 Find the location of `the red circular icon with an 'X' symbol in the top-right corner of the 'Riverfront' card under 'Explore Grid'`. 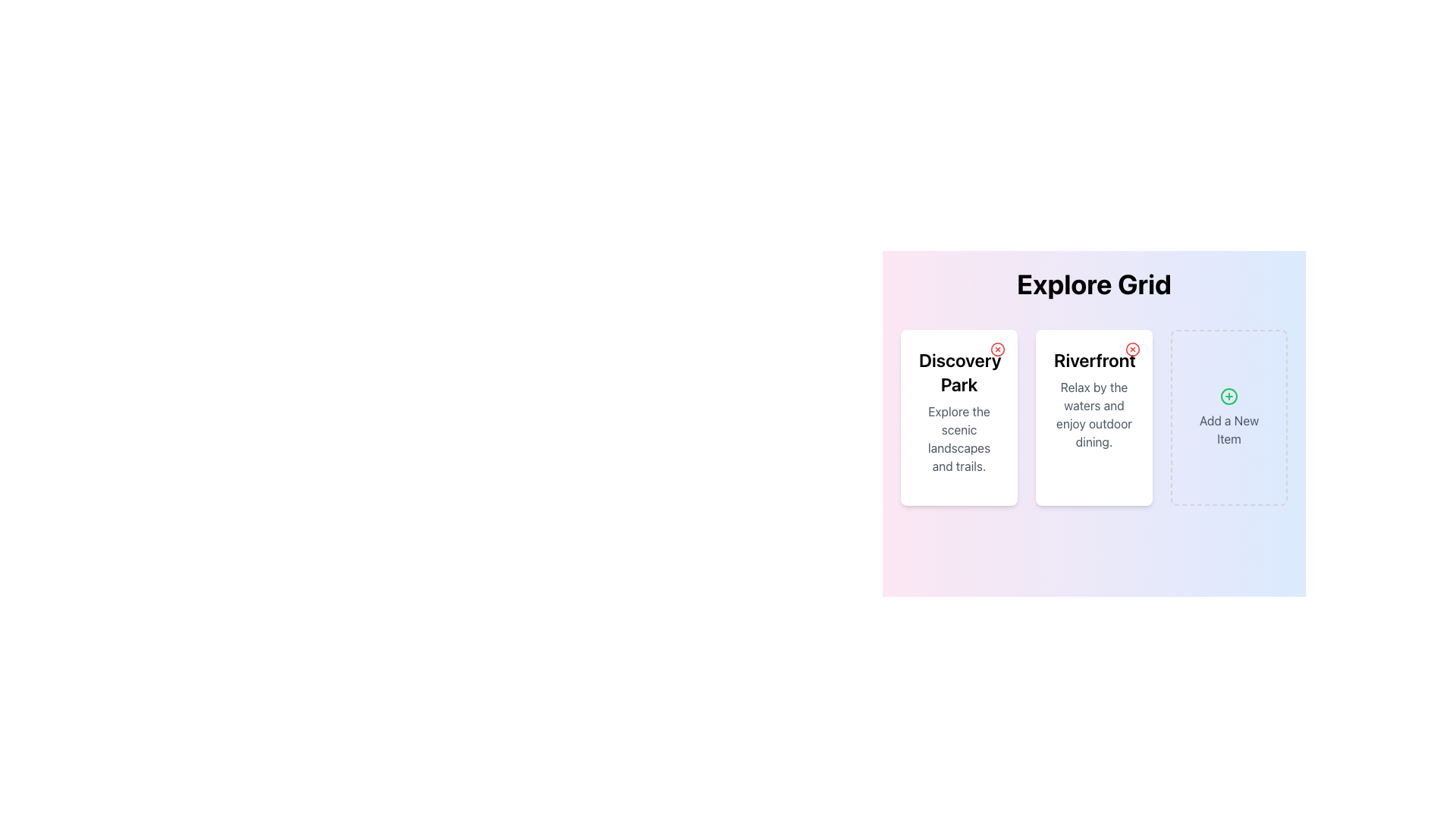

the red circular icon with an 'X' symbol in the top-right corner of the 'Riverfront' card under 'Explore Grid' is located at coordinates (1132, 350).